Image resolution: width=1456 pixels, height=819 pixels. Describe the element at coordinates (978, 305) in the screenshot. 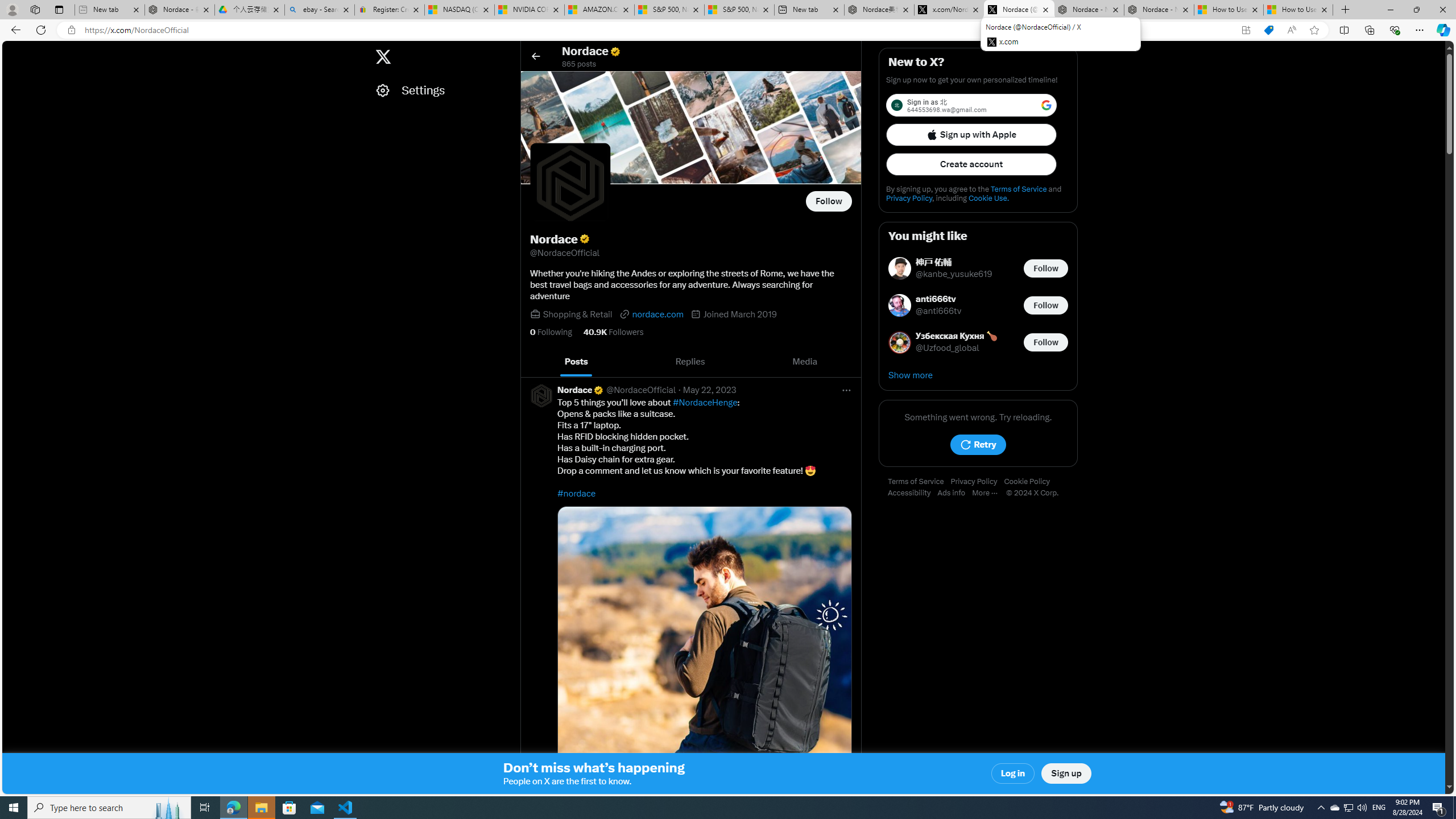

I see `'anti666tv @anti666tv Follow @anti666tv'` at that location.